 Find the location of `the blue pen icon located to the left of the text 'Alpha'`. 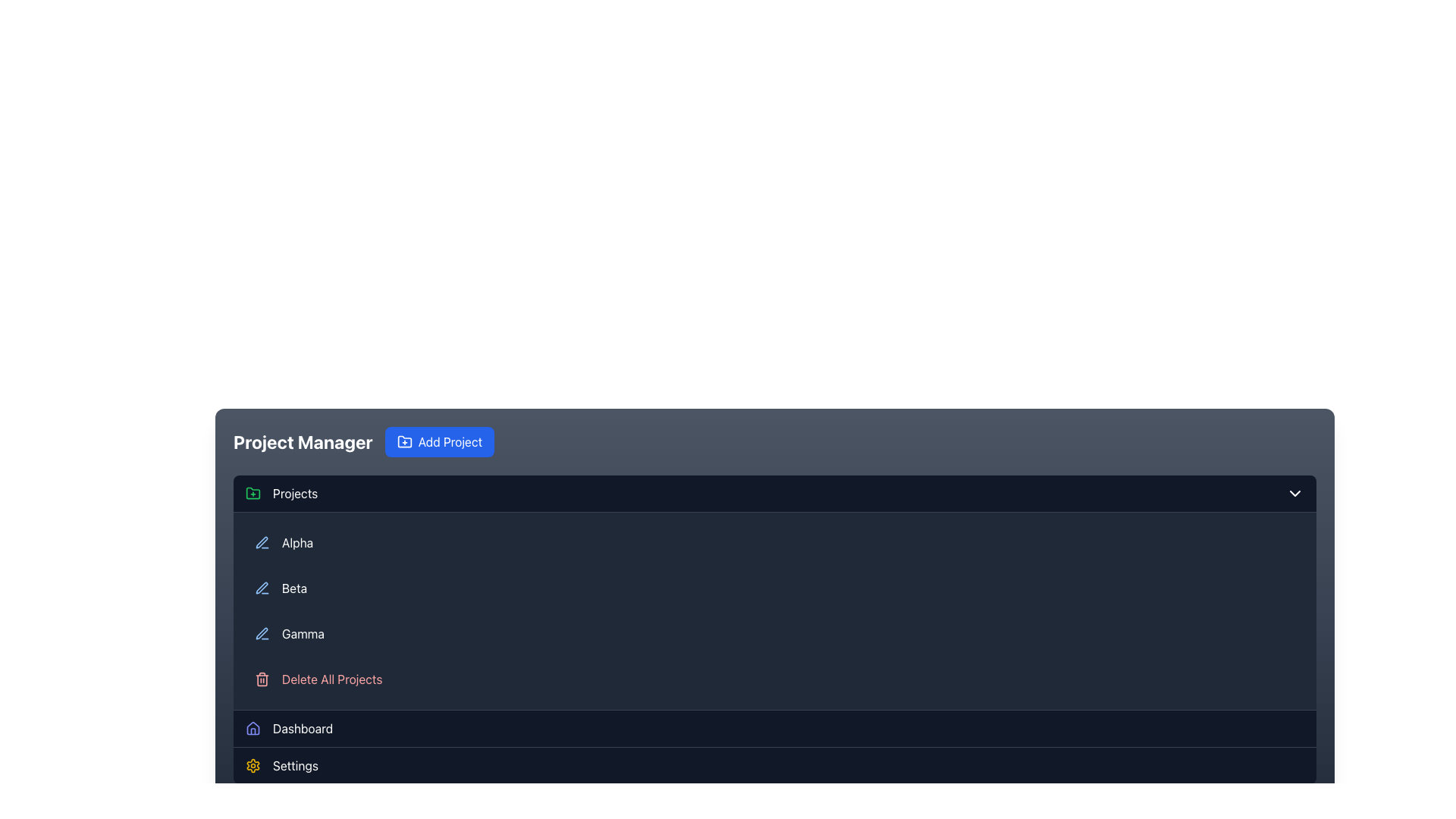

the blue pen icon located to the left of the text 'Alpha' is located at coordinates (262, 542).